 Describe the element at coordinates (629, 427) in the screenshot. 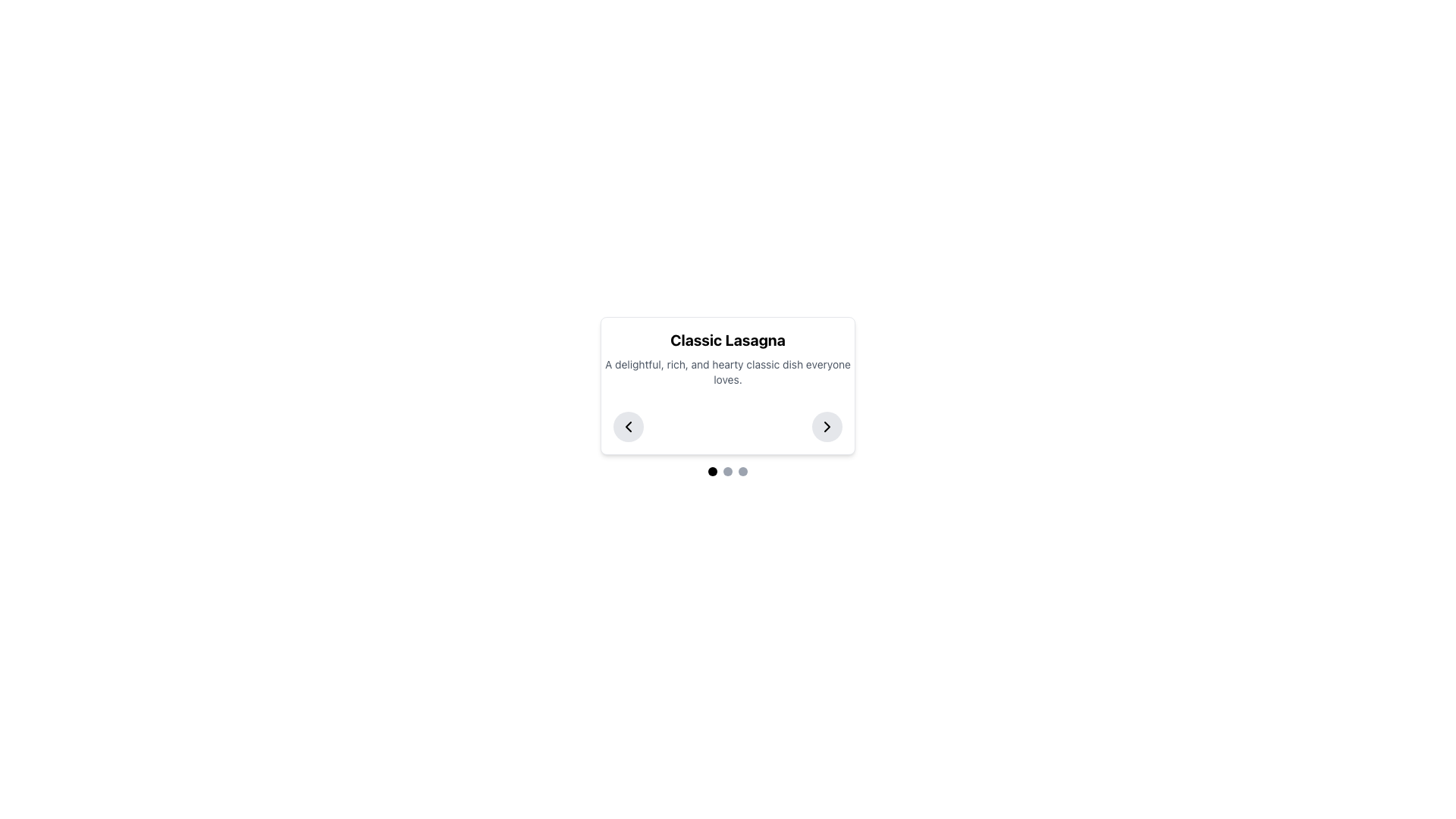

I see `the left navigation button icon located within the circular button on the left-hand side of the card interface displaying 'Classic Lasagna' and its subtitle` at that location.